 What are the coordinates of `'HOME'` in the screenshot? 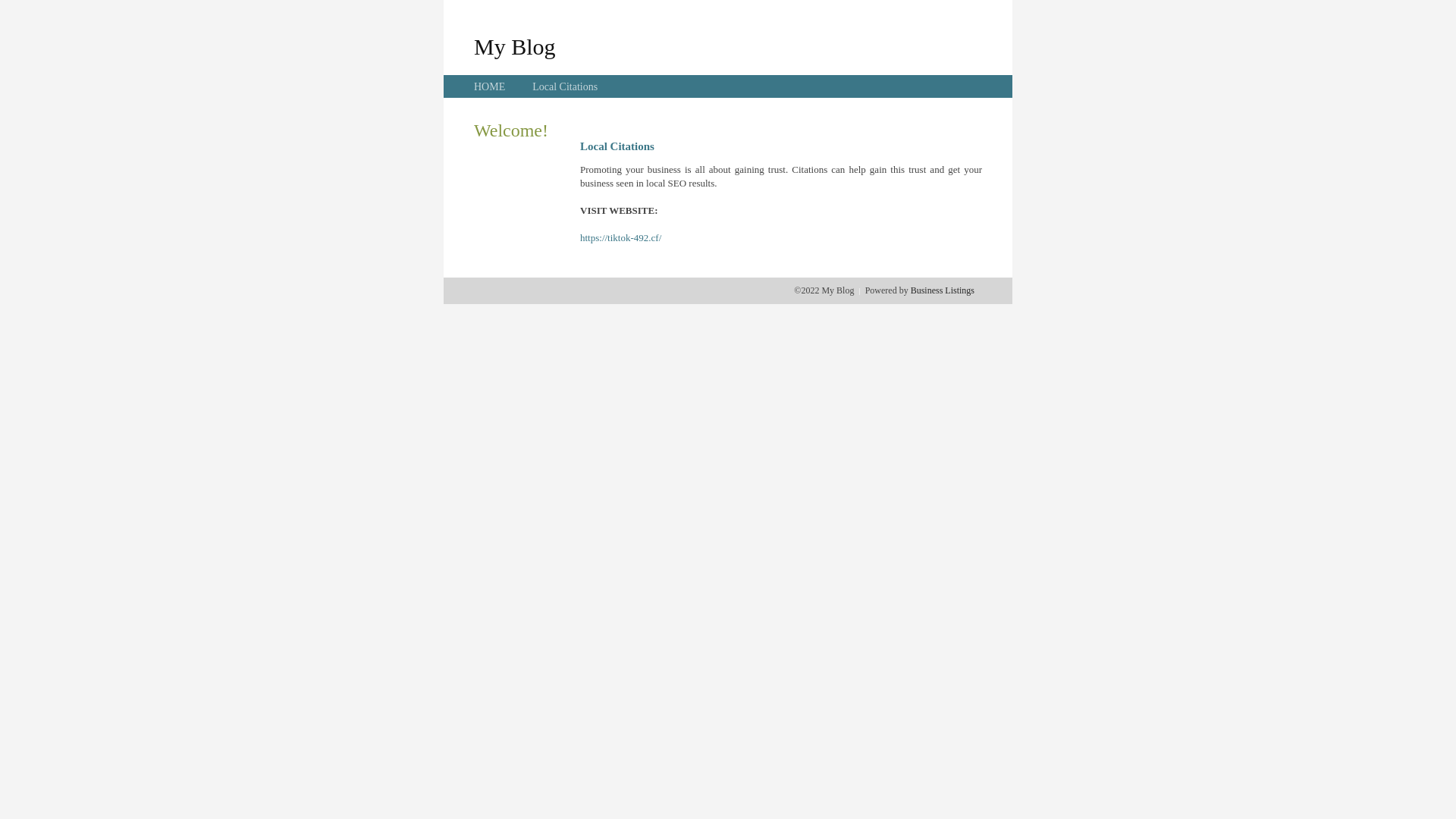 It's located at (489, 86).